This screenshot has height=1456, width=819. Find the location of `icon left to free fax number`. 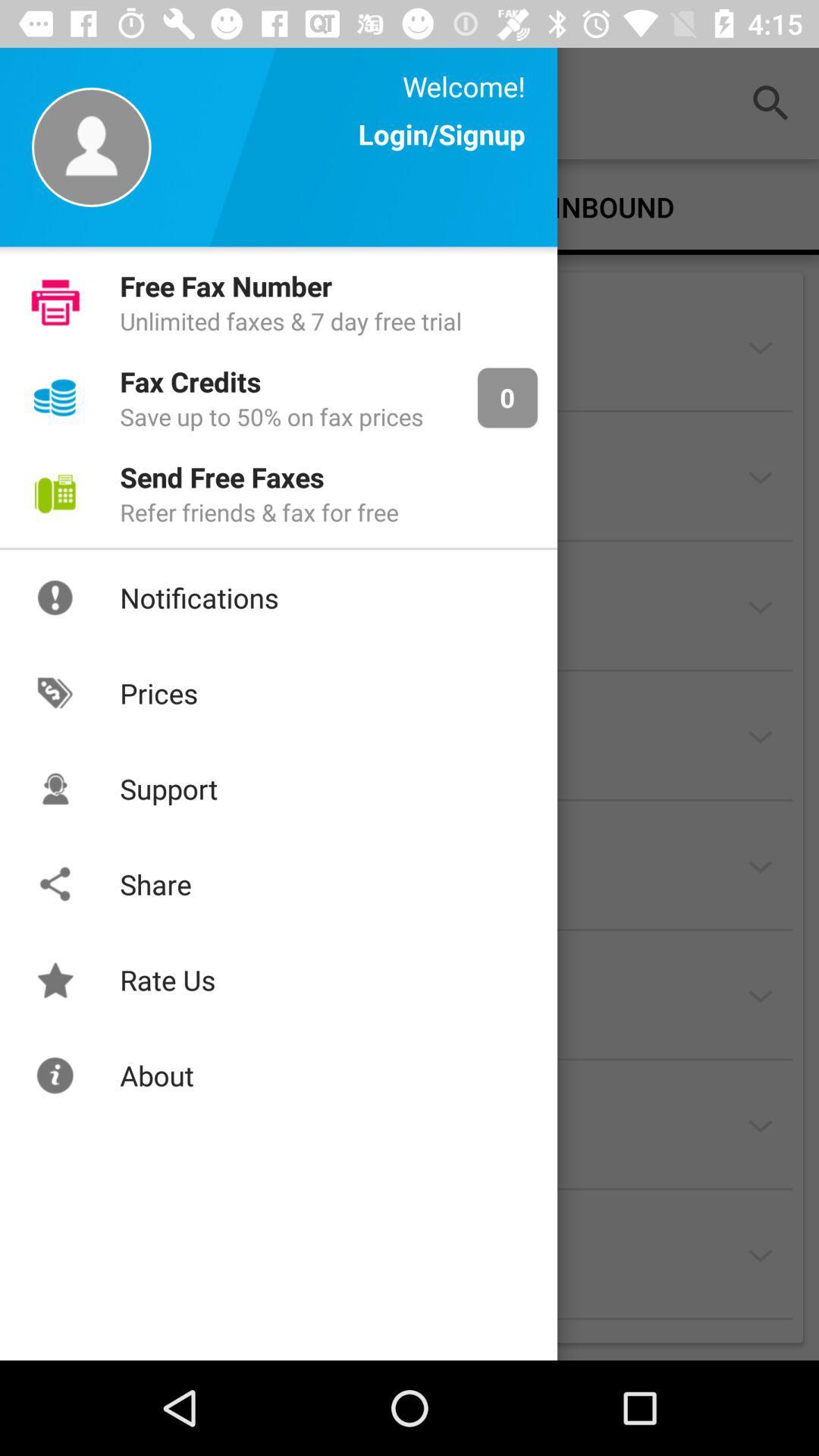

icon left to free fax number is located at coordinates (55, 302).